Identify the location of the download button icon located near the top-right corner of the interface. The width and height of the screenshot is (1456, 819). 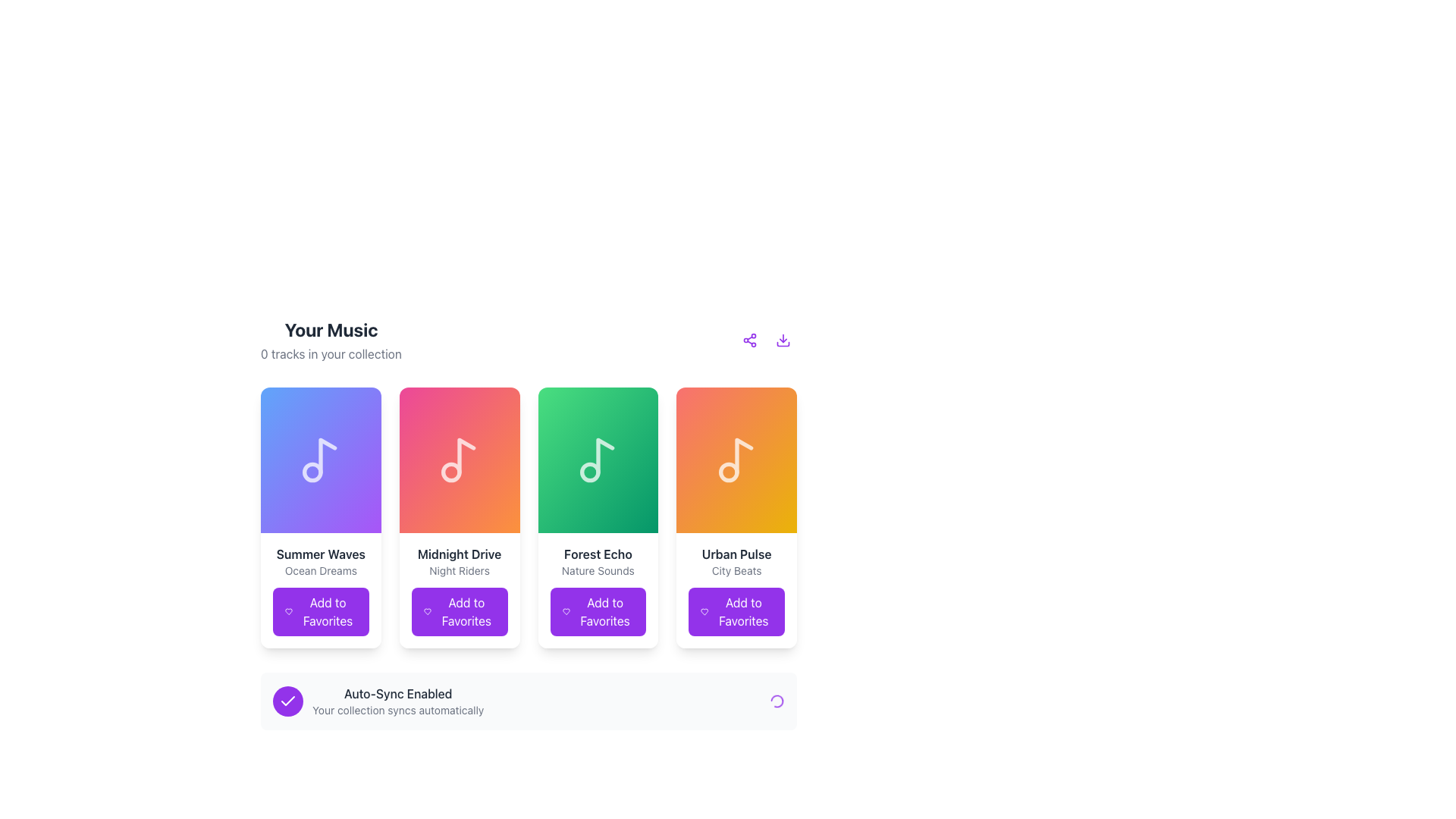
(783, 339).